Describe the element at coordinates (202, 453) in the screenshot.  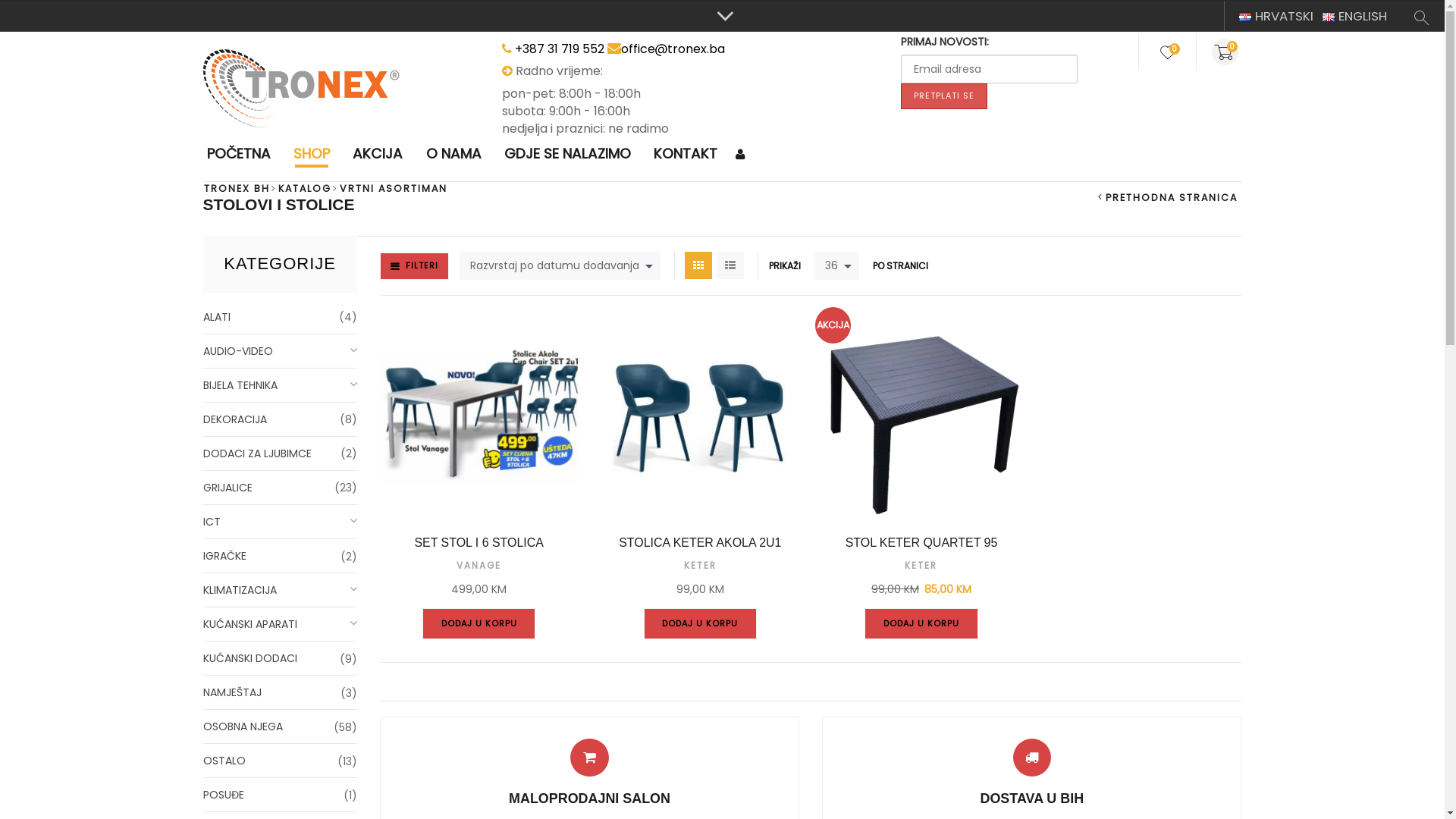
I see `'DODACI ZA LJUBIMCE'` at that location.